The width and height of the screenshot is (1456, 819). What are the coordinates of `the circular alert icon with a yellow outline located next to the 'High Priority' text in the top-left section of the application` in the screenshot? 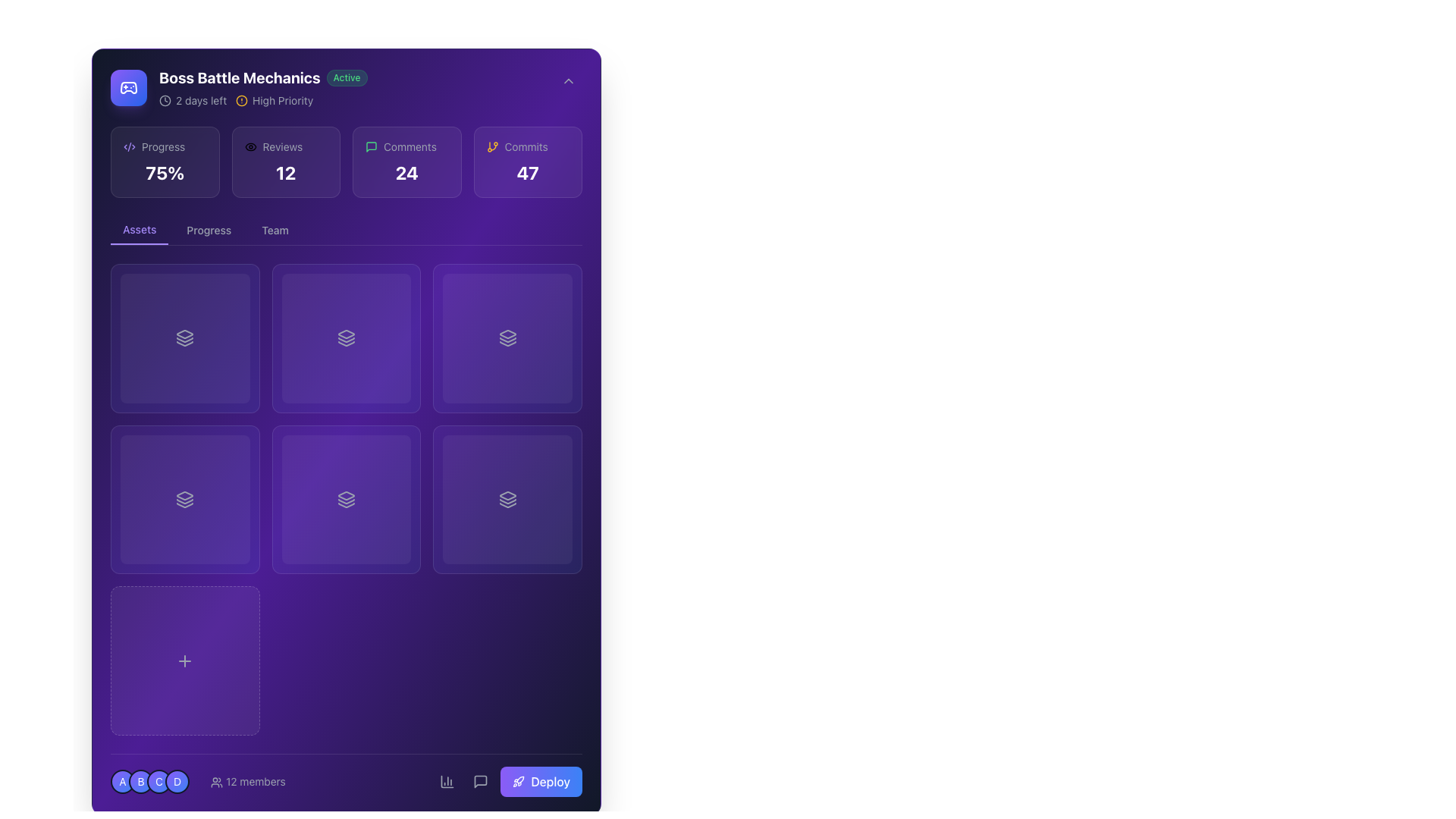 It's located at (241, 100).